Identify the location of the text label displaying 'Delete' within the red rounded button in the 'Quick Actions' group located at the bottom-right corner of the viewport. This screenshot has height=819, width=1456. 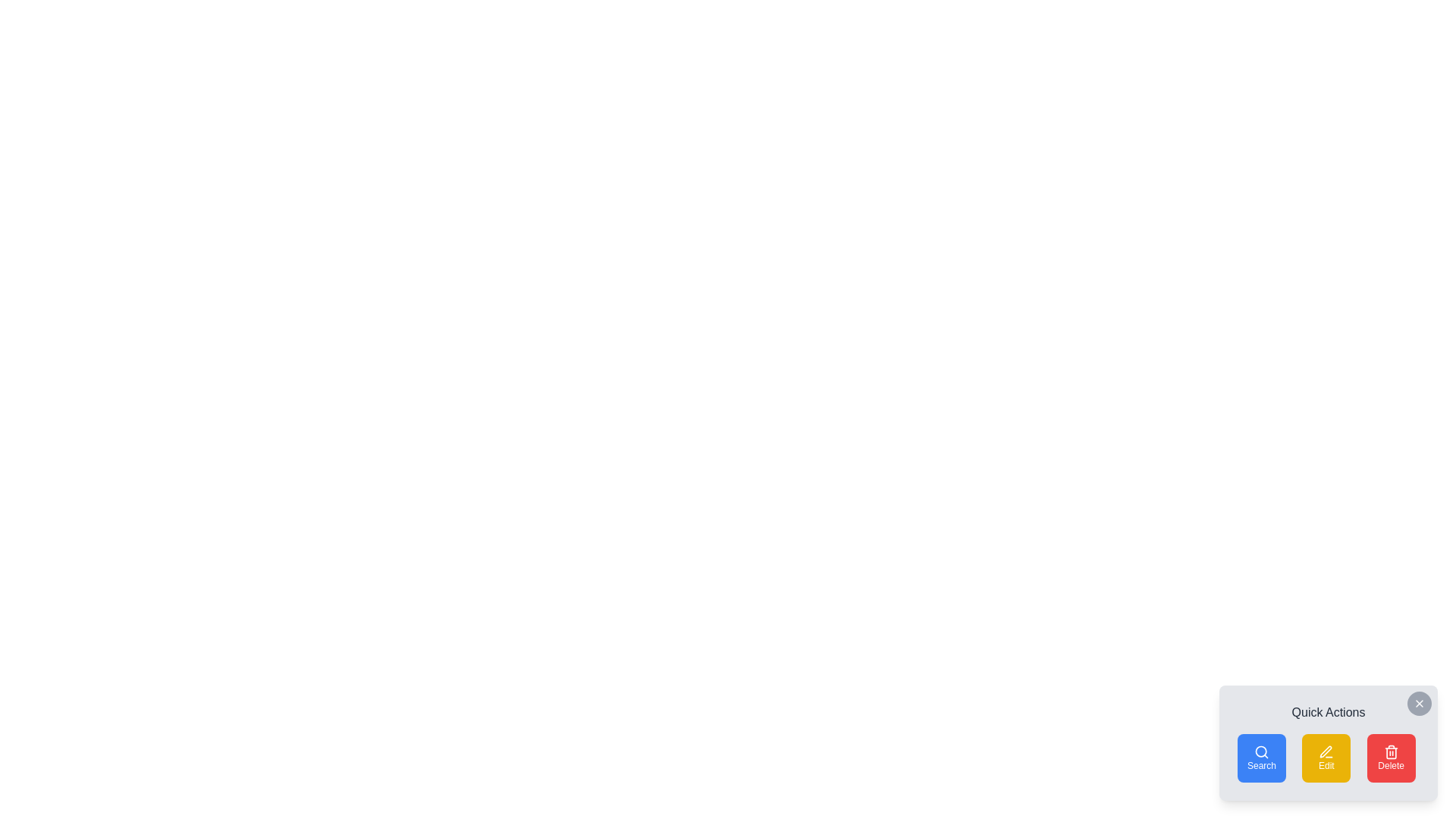
(1391, 766).